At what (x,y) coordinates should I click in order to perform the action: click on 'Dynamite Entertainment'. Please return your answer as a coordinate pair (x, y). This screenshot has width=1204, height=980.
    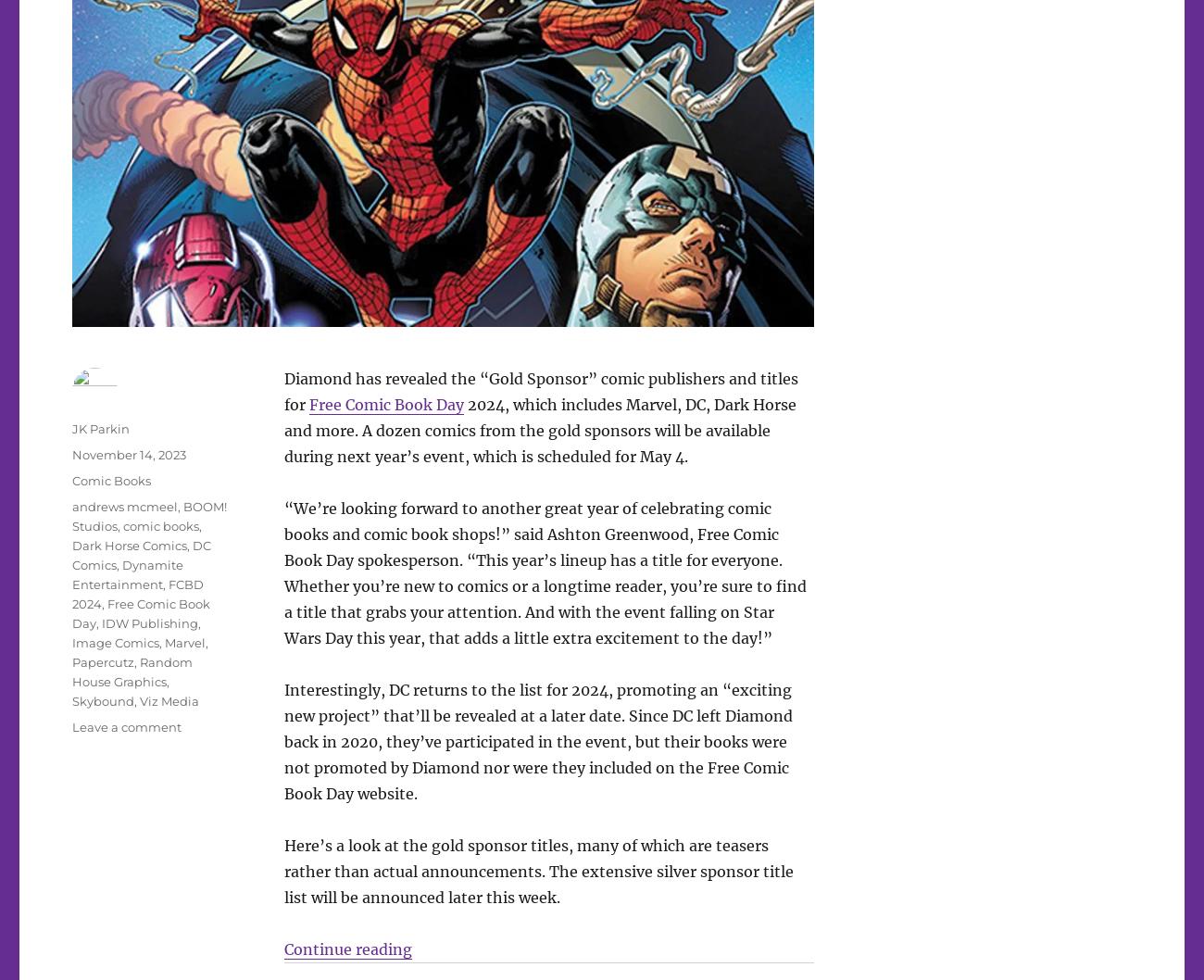
    Looking at the image, I should click on (127, 573).